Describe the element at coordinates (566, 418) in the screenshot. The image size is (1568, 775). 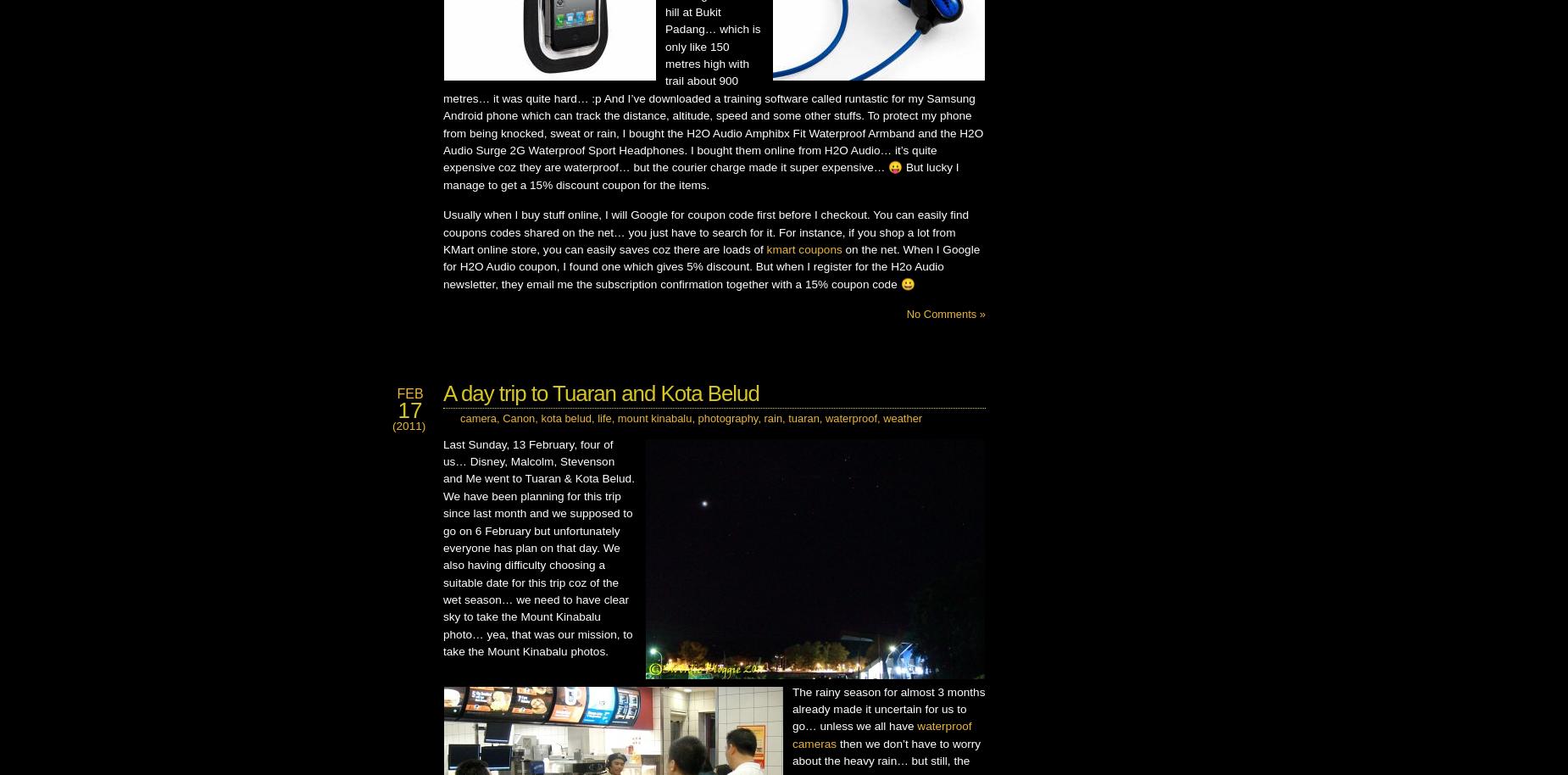
I see `'kota belud'` at that location.